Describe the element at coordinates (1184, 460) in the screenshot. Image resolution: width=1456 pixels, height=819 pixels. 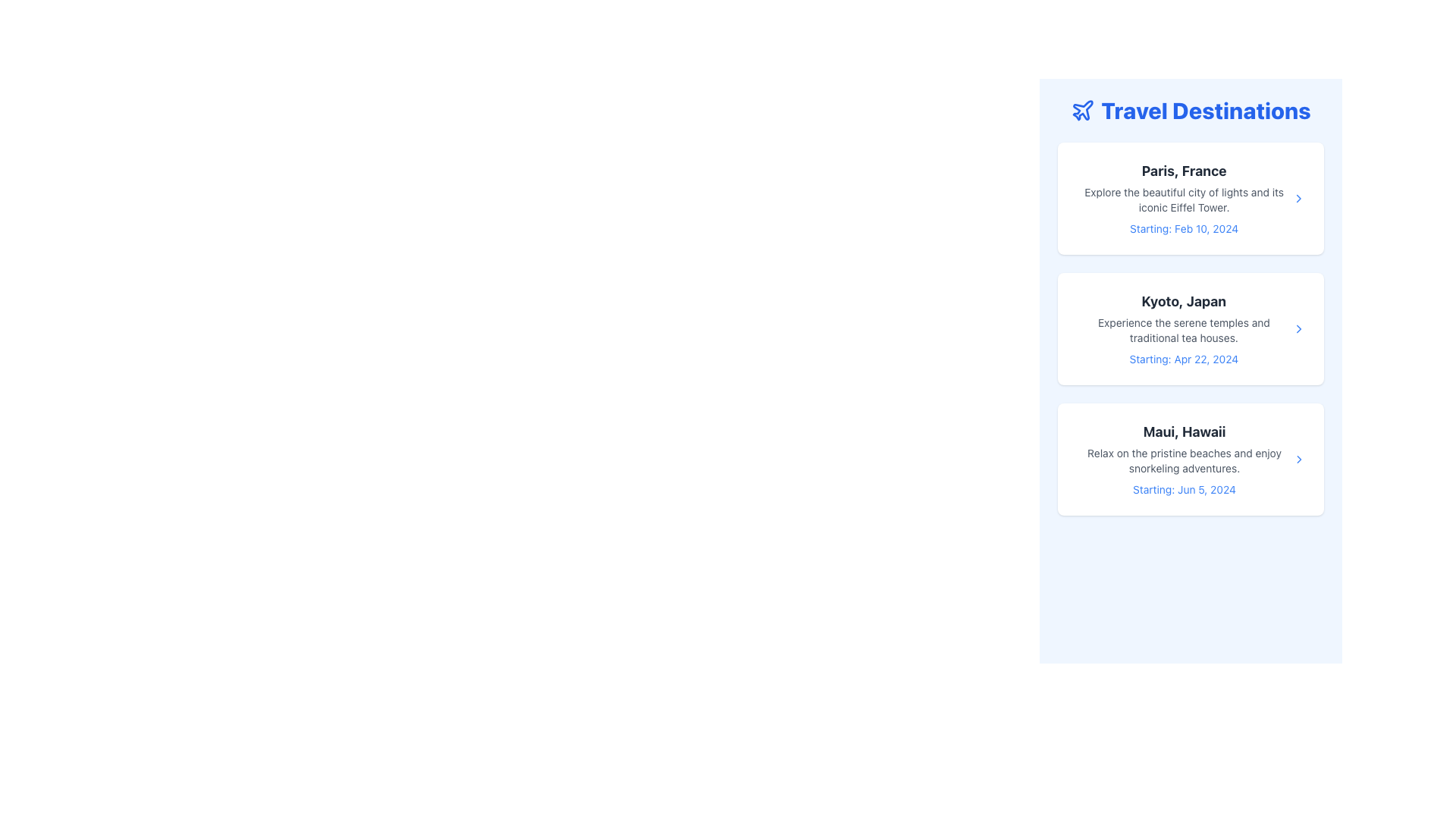
I see `the static text that reads 'Relax on the pristine beaches and enjoy snorkeling adventures.' located below the title 'Maui, Hawaii' and above the text 'Starting: Jun 5, 2024.'` at that location.